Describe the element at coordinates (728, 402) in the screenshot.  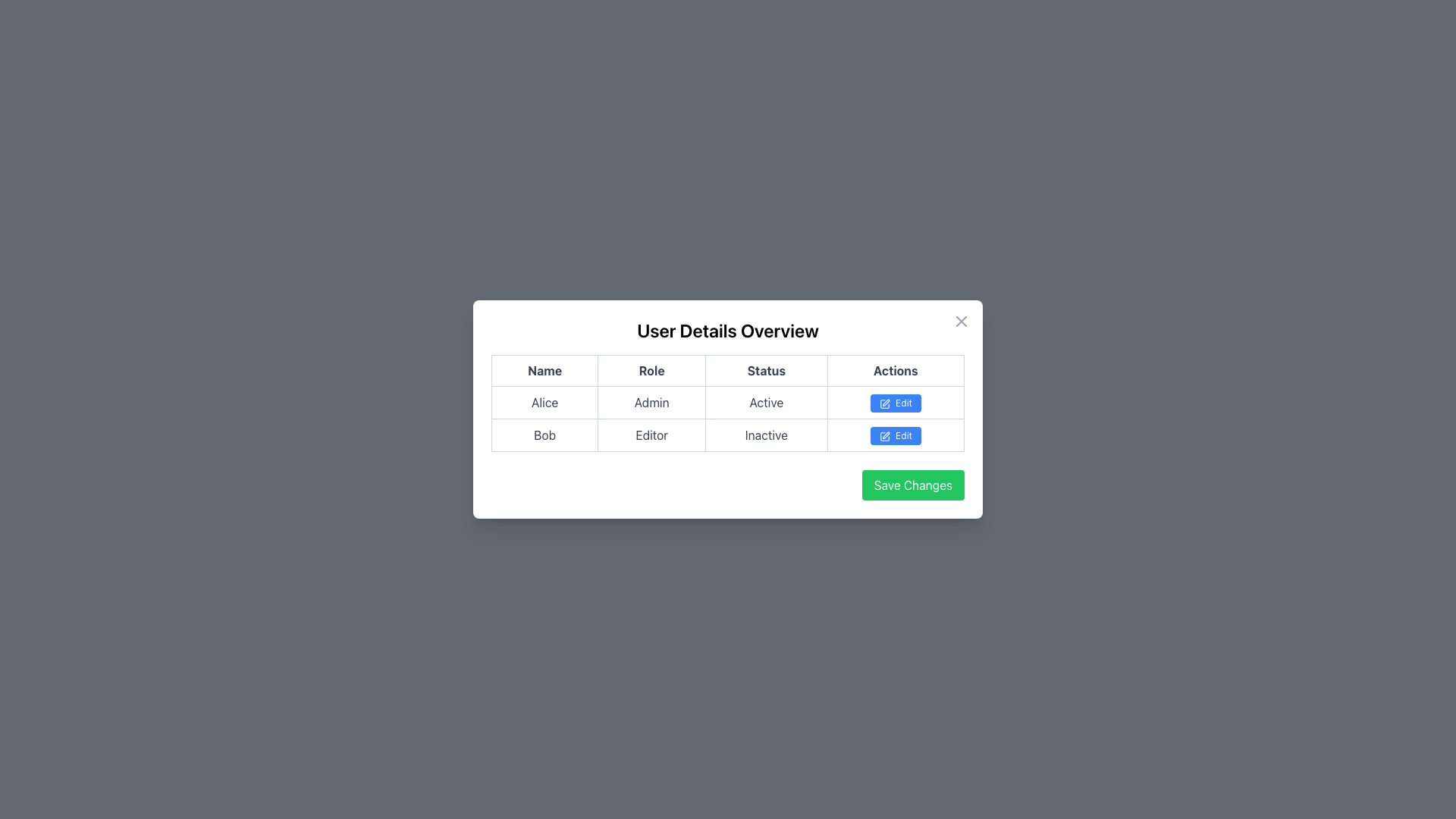
I see `the first table row in the 'User Details Overview' popup, which displays user details and has an 'Edit' button` at that location.